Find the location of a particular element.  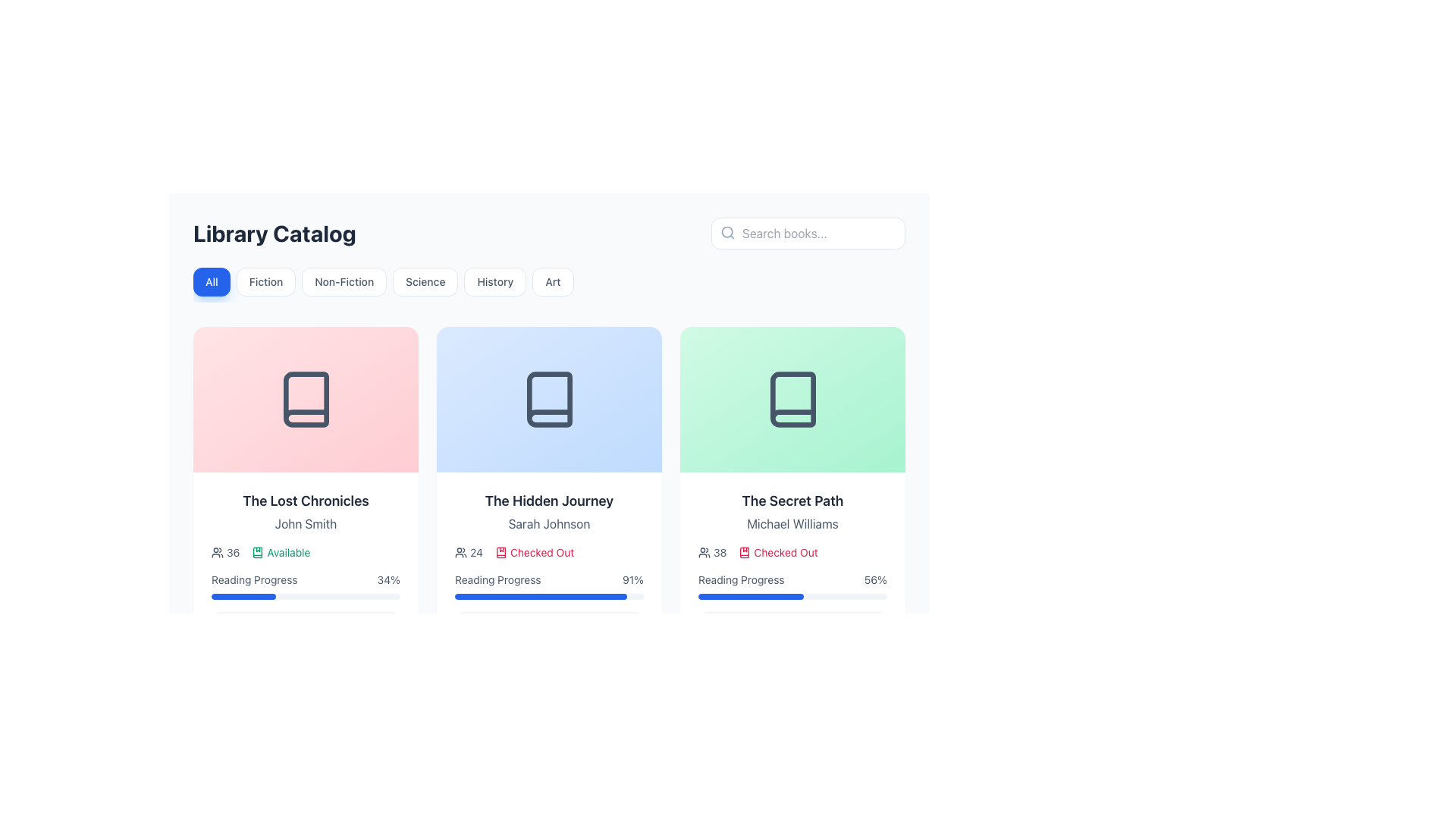

progress indicator text located in the third section of the card layout for the book 'The Hidden Journey', positioned between the 'Checked Out' status and the 'View Details' button is located at coordinates (548, 585).